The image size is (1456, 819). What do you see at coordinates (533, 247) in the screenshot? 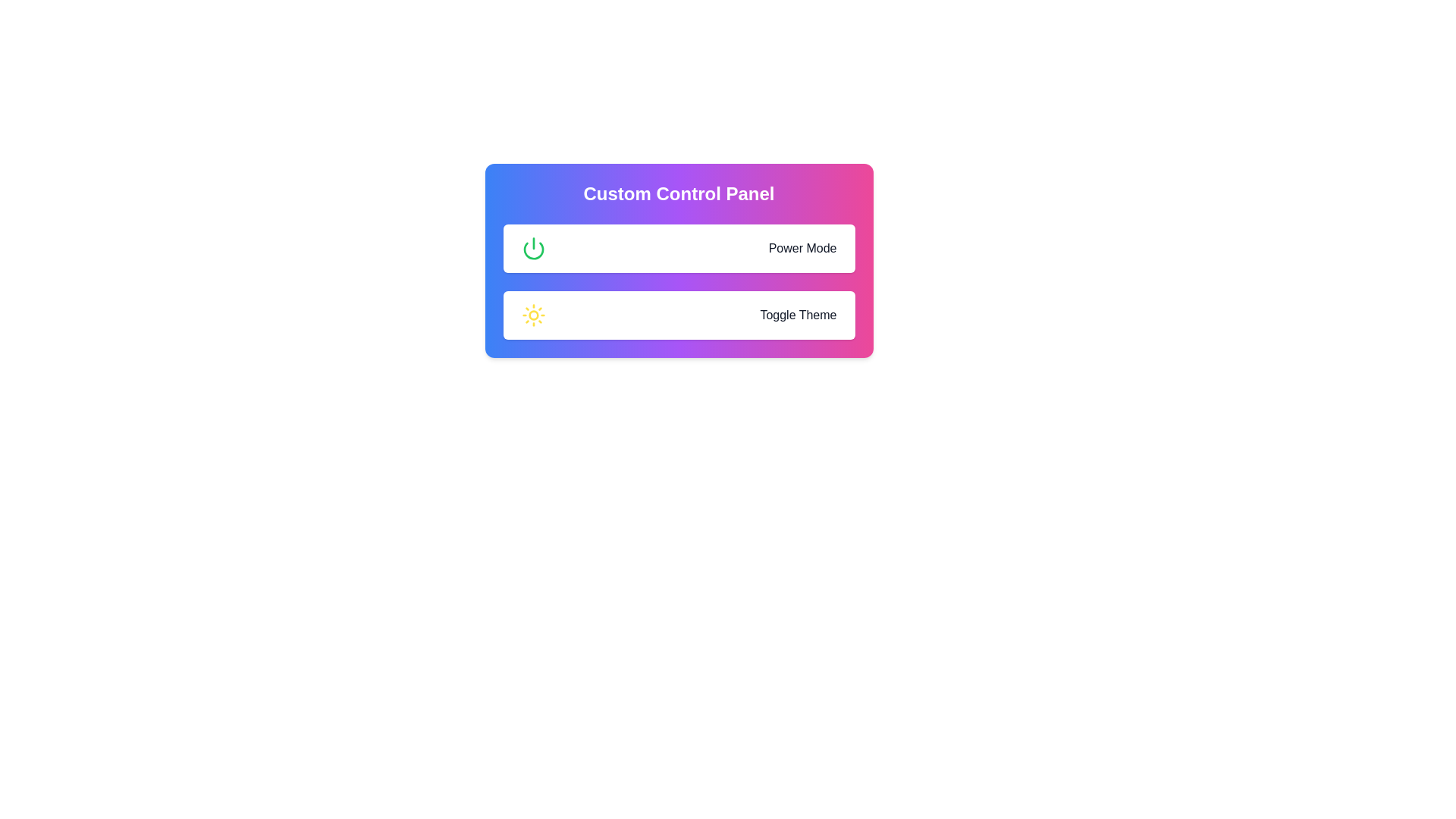
I see `the Power icon to toggle the Power Mode` at bounding box center [533, 247].